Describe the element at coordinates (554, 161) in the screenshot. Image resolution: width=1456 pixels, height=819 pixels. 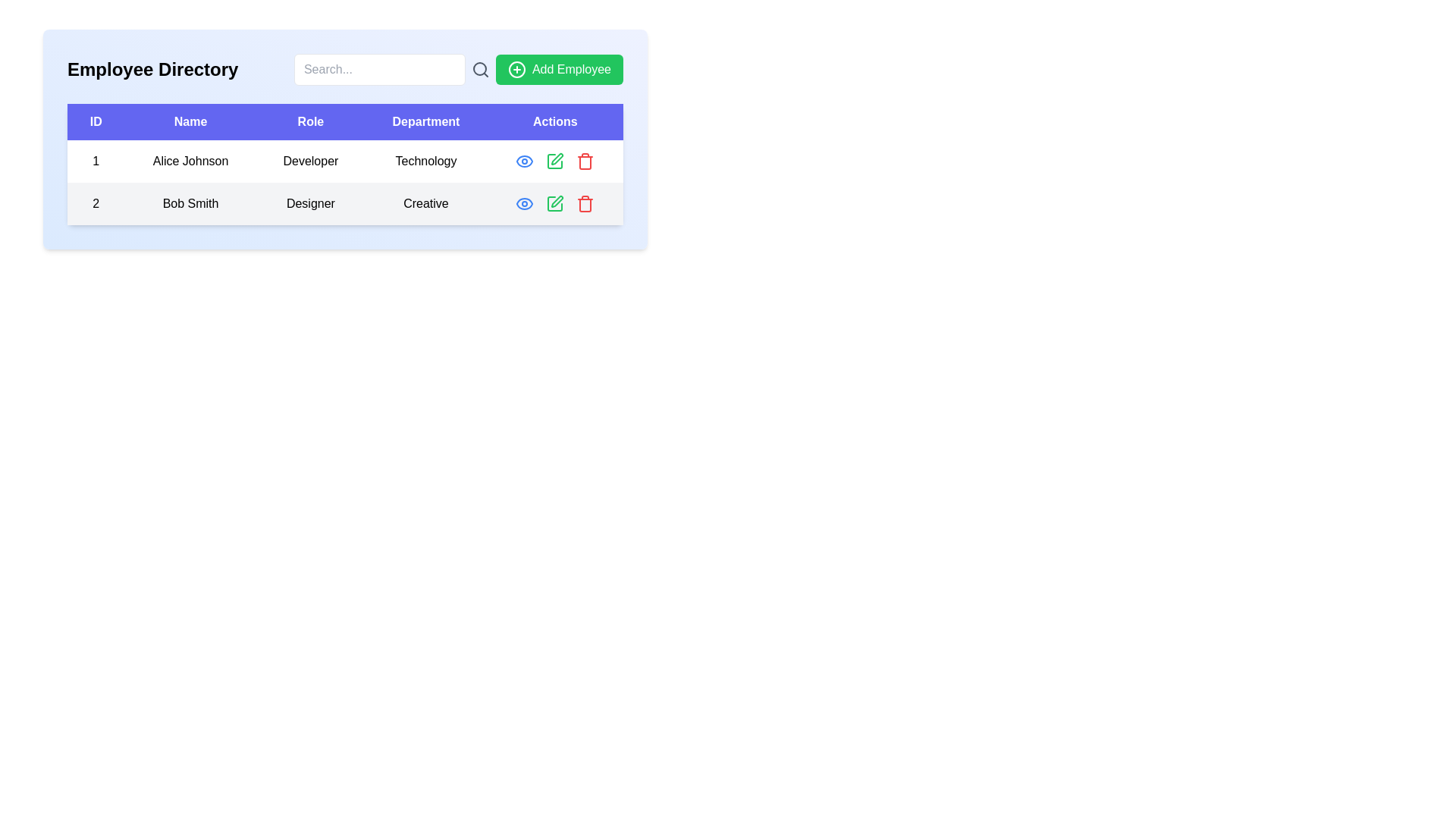
I see `the edit icon button located in the 'Actions' column of the first row of the table, positioned between the 'View' and 'Delete' buttons` at that location.